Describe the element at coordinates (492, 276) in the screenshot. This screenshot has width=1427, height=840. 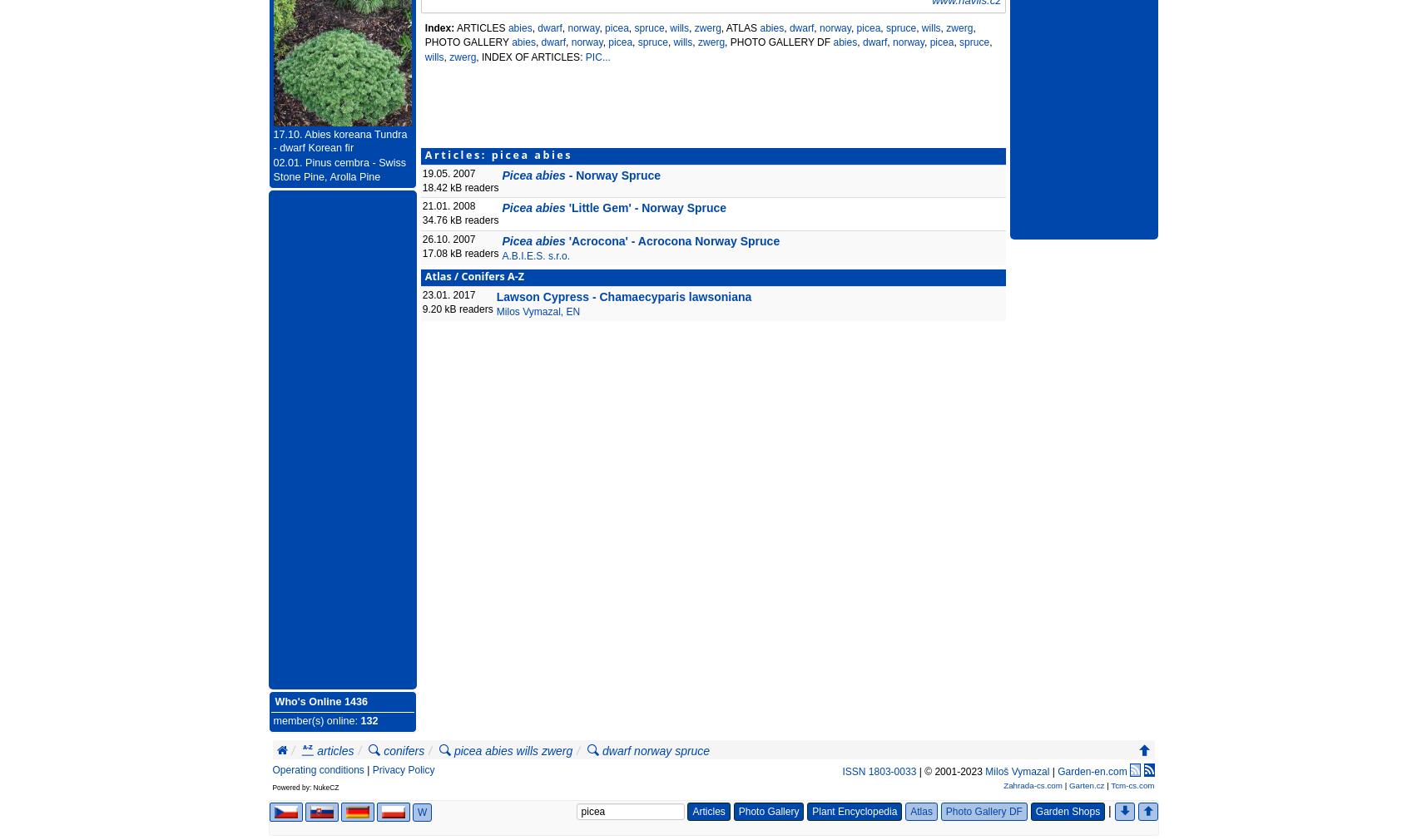
I see `'Conifers A-Z'` at that location.